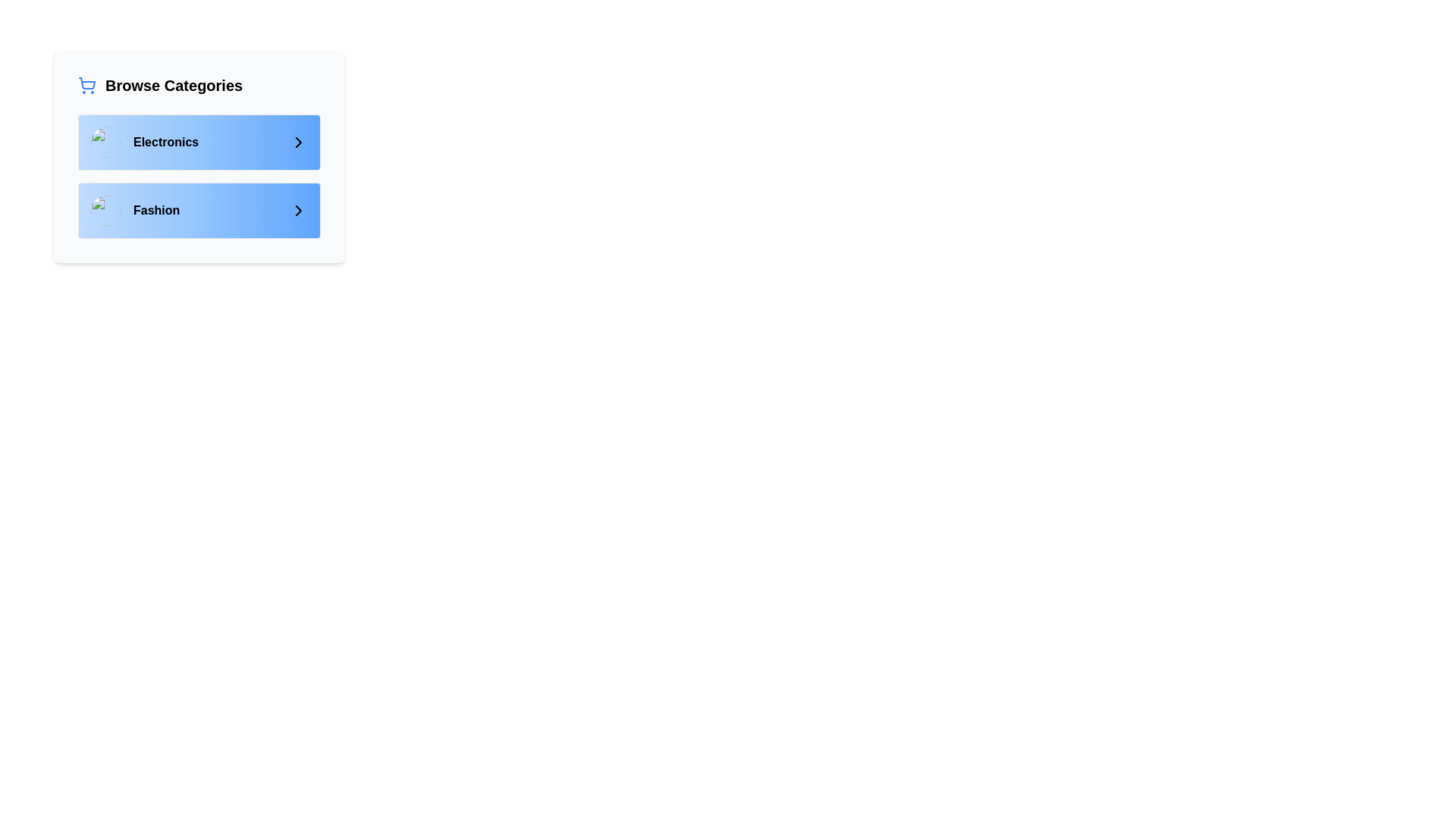 This screenshot has width=1456, height=819. What do you see at coordinates (86, 85) in the screenshot?
I see `the shopping cart icon located to the left of the 'Browse Categories' text` at bounding box center [86, 85].